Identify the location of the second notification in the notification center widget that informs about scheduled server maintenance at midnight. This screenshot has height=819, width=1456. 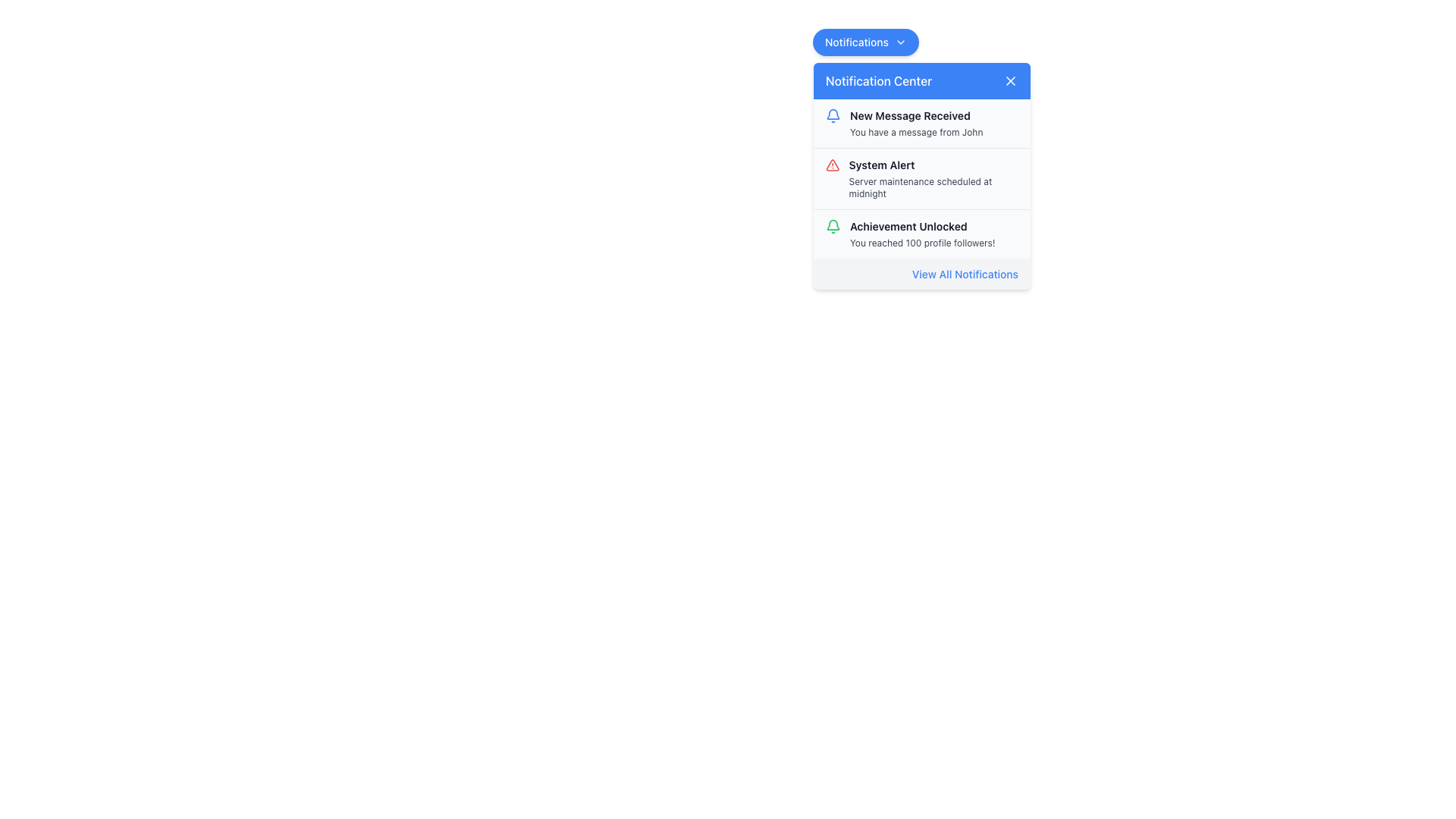
(921, 177).